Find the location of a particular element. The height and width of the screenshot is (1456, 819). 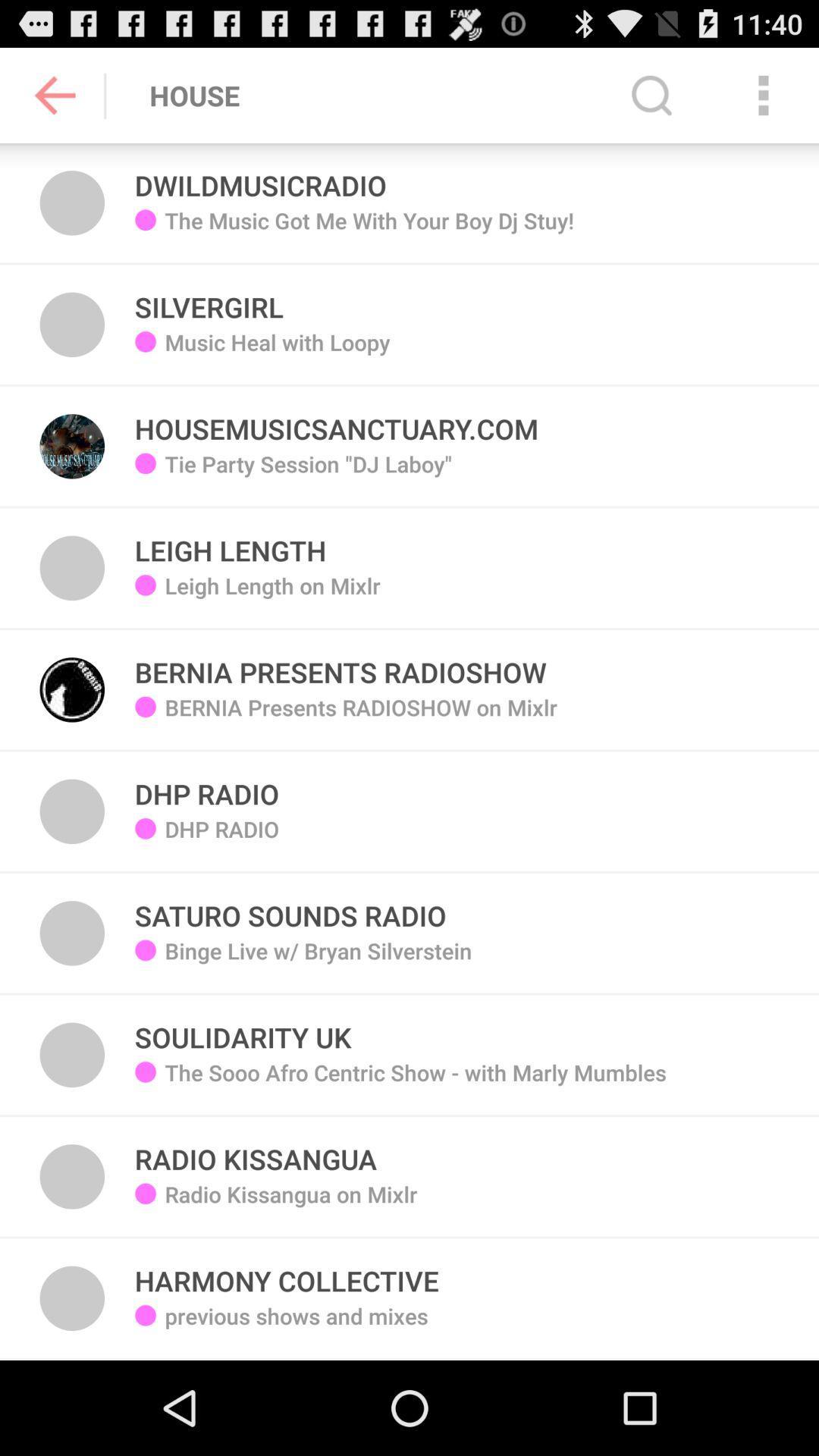

tie party session icon is located at coordinates (307, 475).